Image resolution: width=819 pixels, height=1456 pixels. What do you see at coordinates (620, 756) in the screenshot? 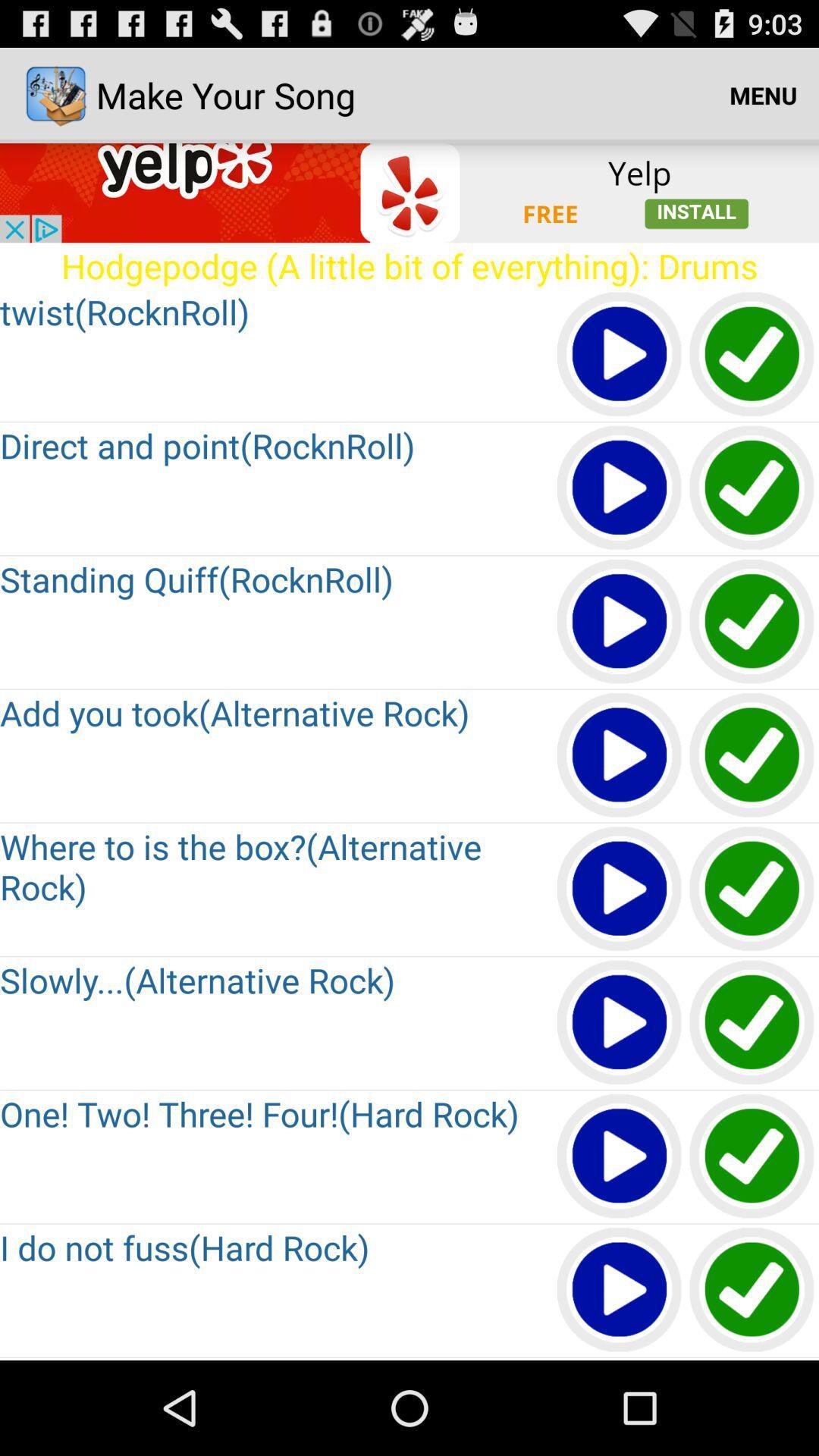
I see `audio file` at bounding box center [620, 756].